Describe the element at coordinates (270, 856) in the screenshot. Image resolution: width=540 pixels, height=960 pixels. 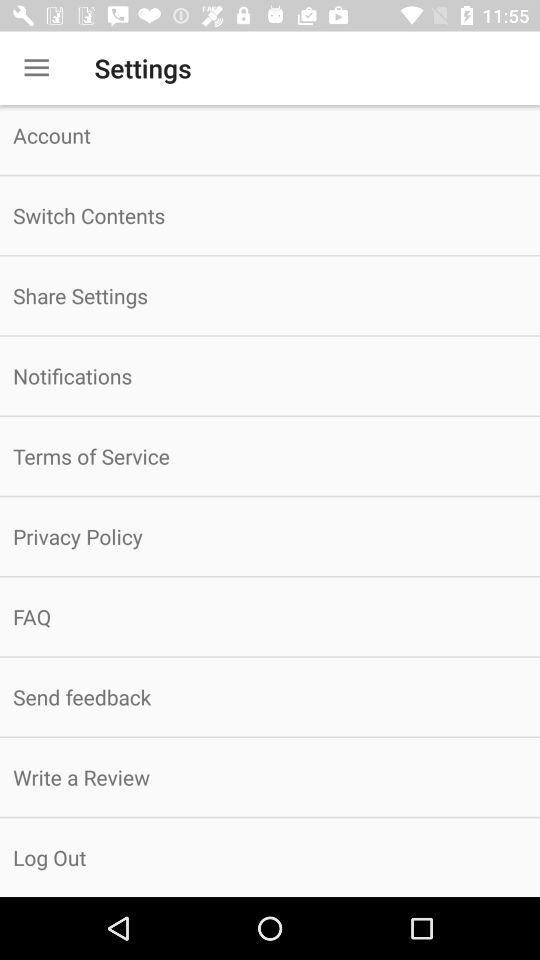
I see `the log out item` at that location.